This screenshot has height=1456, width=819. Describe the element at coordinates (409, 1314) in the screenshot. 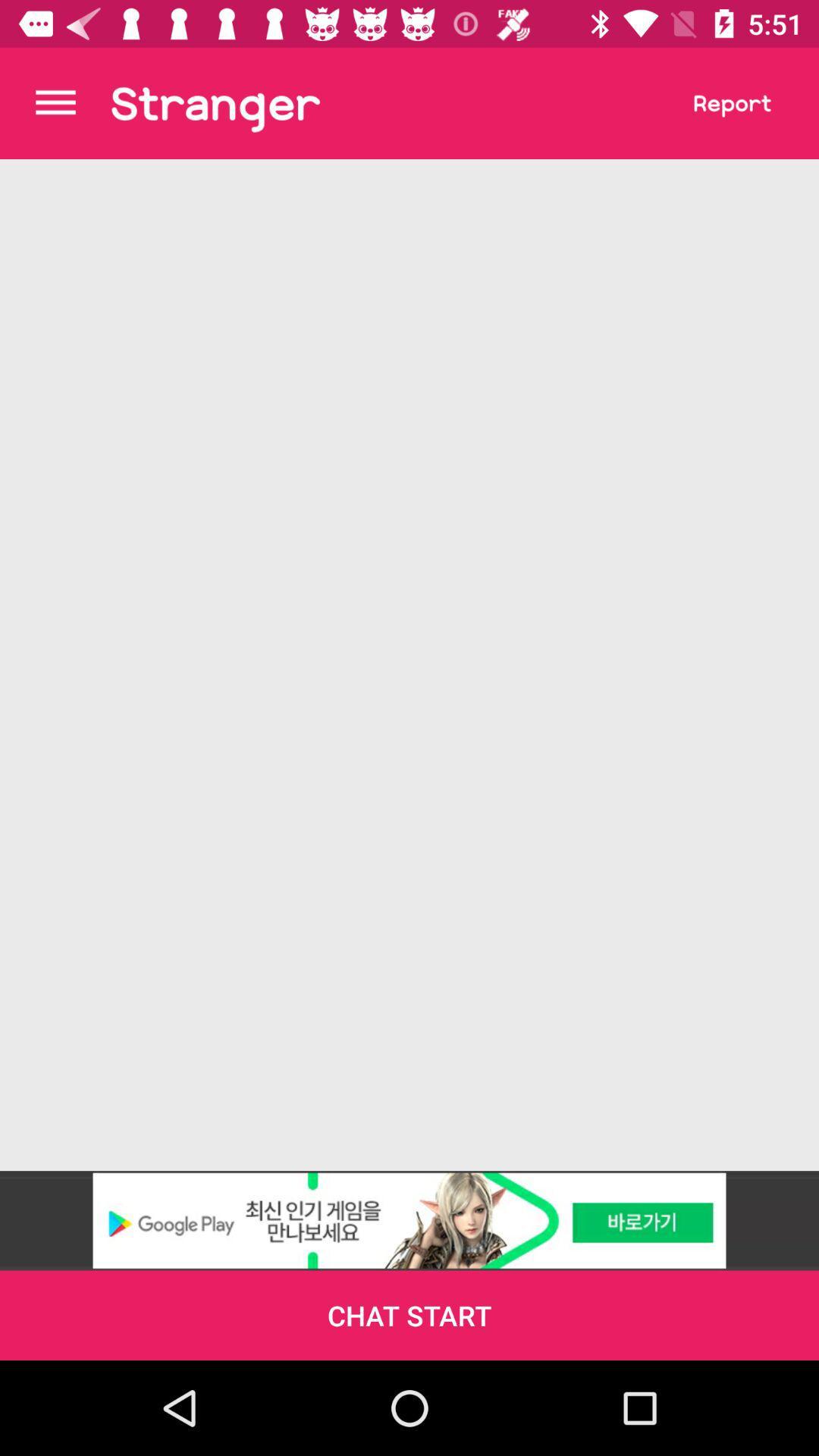

I see `the chat start icon` at that location.